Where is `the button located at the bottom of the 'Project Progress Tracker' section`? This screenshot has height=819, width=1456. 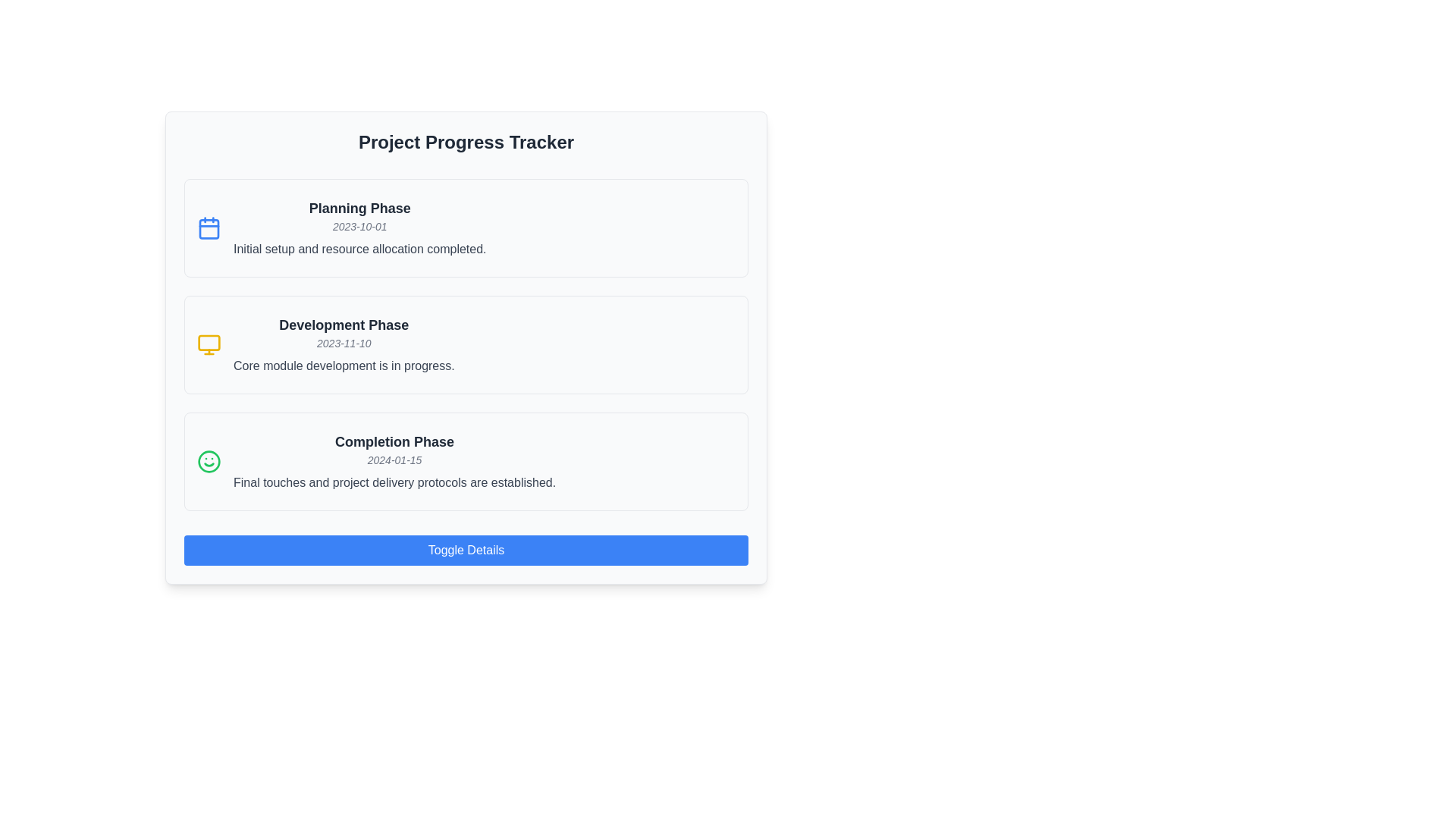 the button located at the bottom of the 'Project Progress Tracker' section is located at coordinates (465, 550).